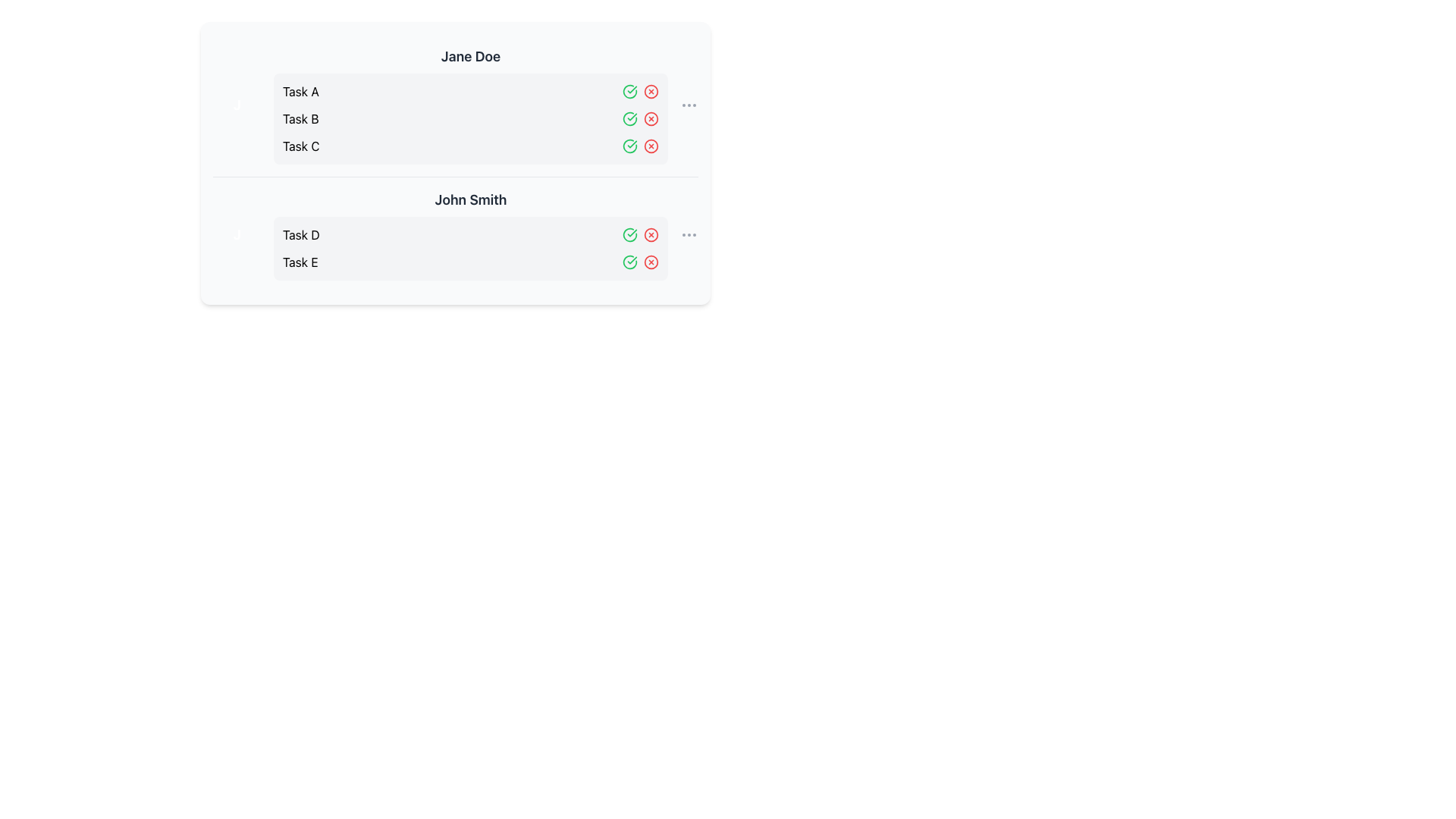  I want to click on the interactive cancel button located at the top-right corner of the first task group under 'Jane Doe', positioned between a green checkmark icon and a red icon, so click(651, 91).